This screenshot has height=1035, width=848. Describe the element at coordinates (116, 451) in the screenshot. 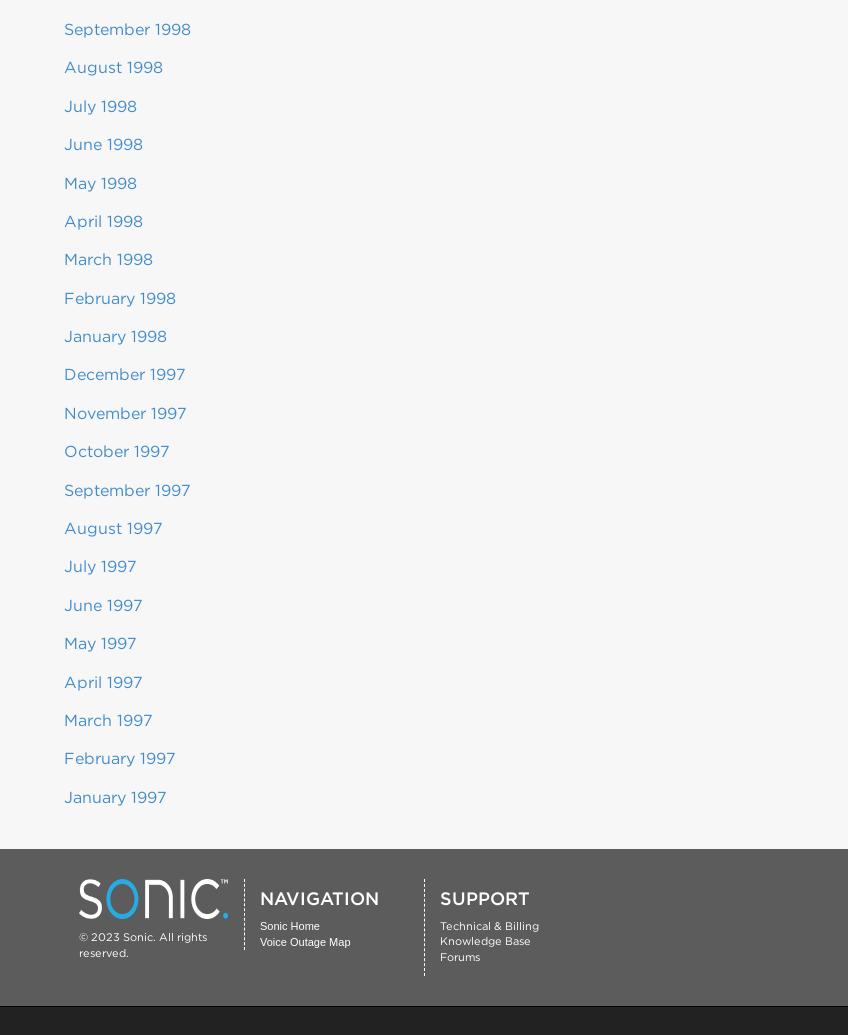

I see `'October 1997'` at that location.